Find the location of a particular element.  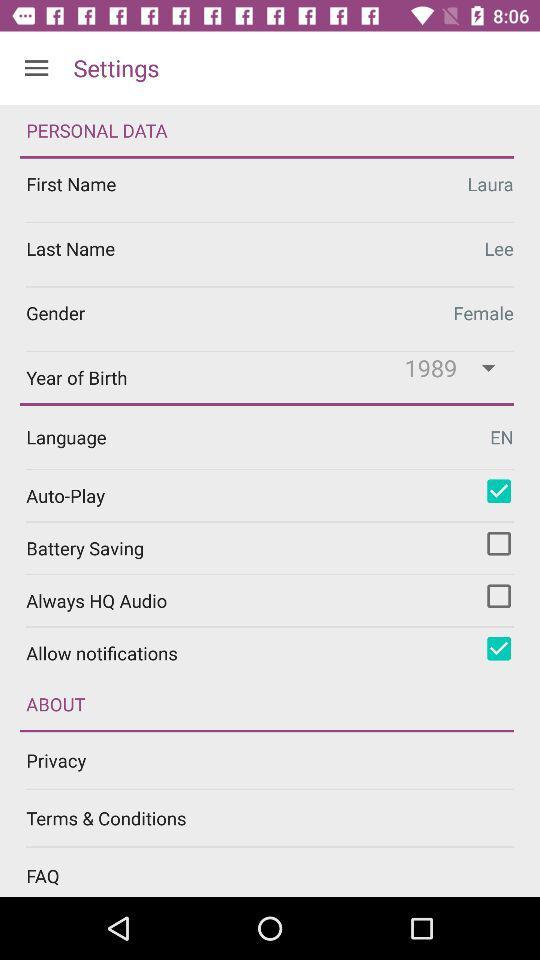

terms & conditions item is located at coordinates (282, 818).